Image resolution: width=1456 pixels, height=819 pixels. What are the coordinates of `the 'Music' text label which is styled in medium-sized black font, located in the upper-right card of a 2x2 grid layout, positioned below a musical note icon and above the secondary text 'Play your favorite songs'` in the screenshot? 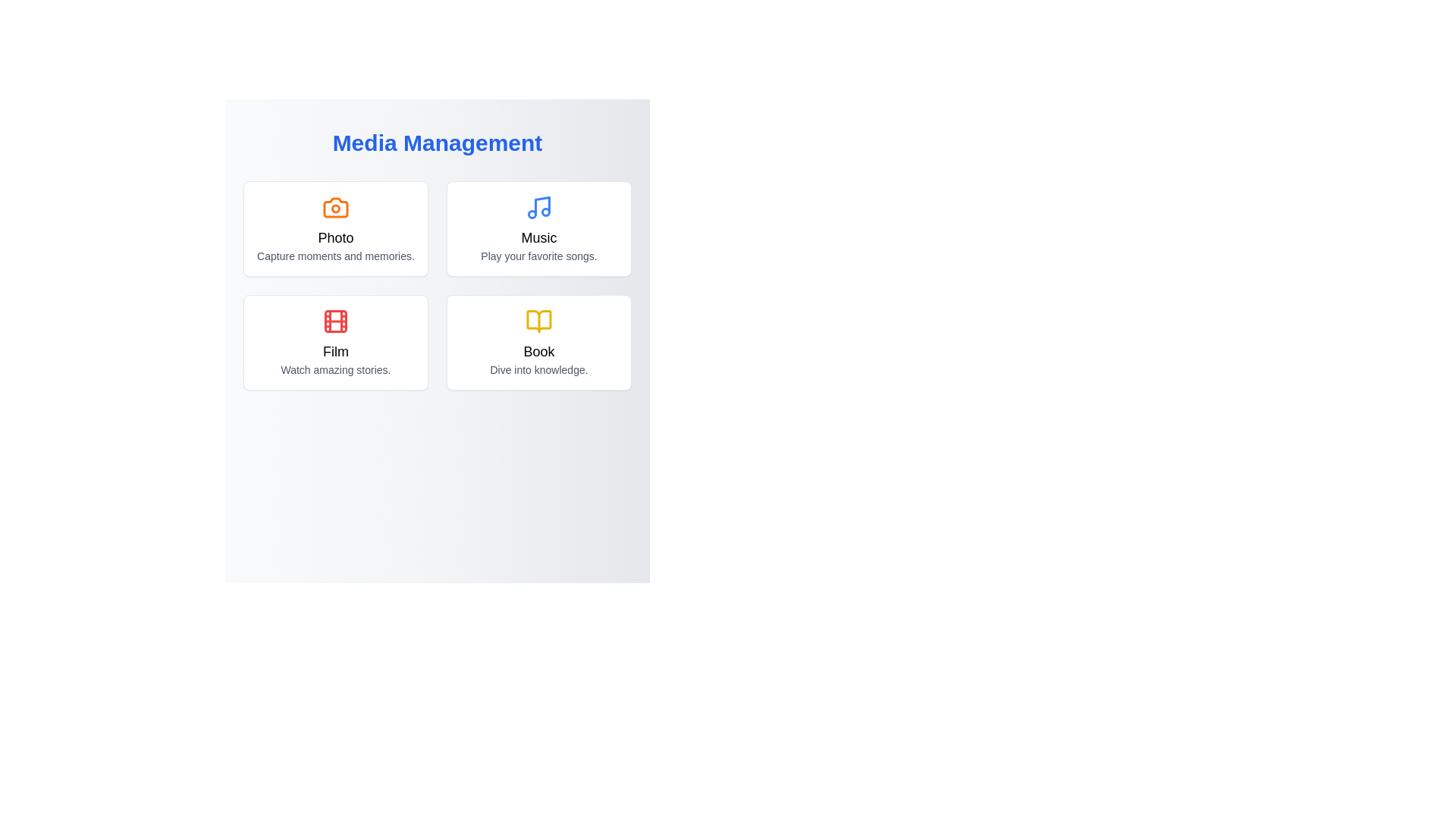 It's located at (538, 237).